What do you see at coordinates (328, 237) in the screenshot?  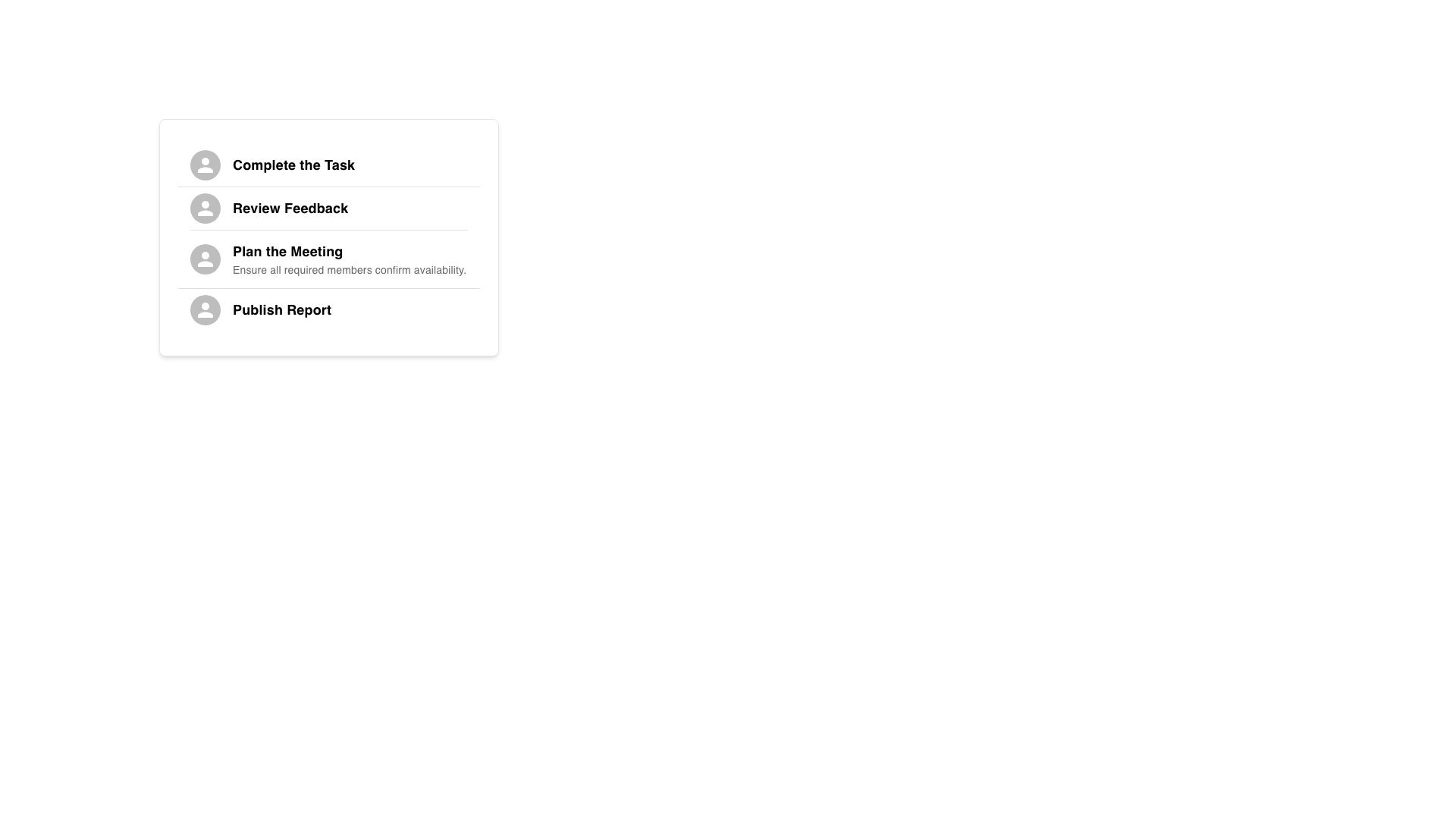 I see `the third list item labeled 'Plan the Meeting'` at bounding box center [328, 237].